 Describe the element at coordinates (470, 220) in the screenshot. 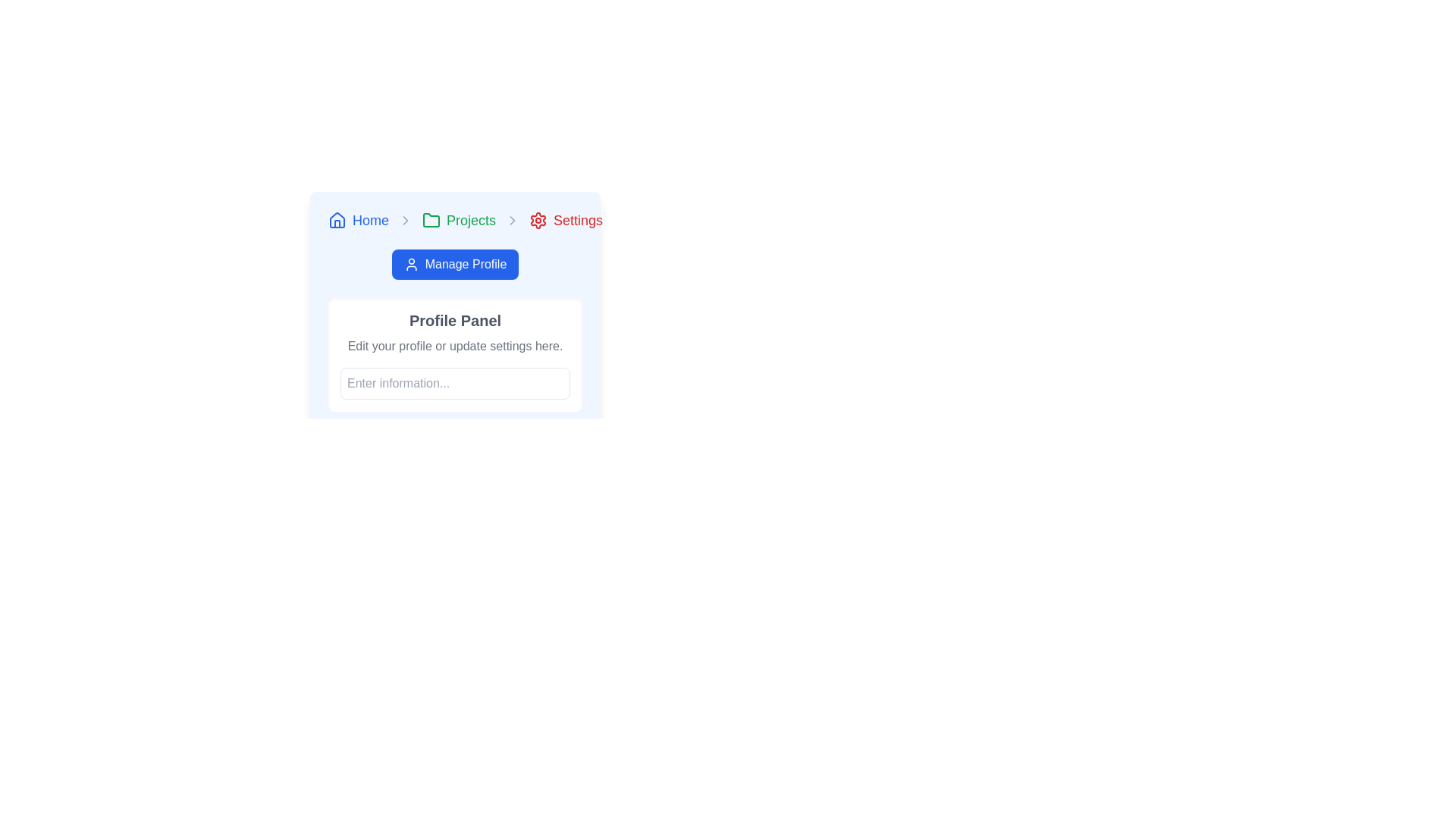

I see `the 'Projects' hyperlink in the breadcrumb navigation bar to darken its green color, indicating interactivity` at that location.